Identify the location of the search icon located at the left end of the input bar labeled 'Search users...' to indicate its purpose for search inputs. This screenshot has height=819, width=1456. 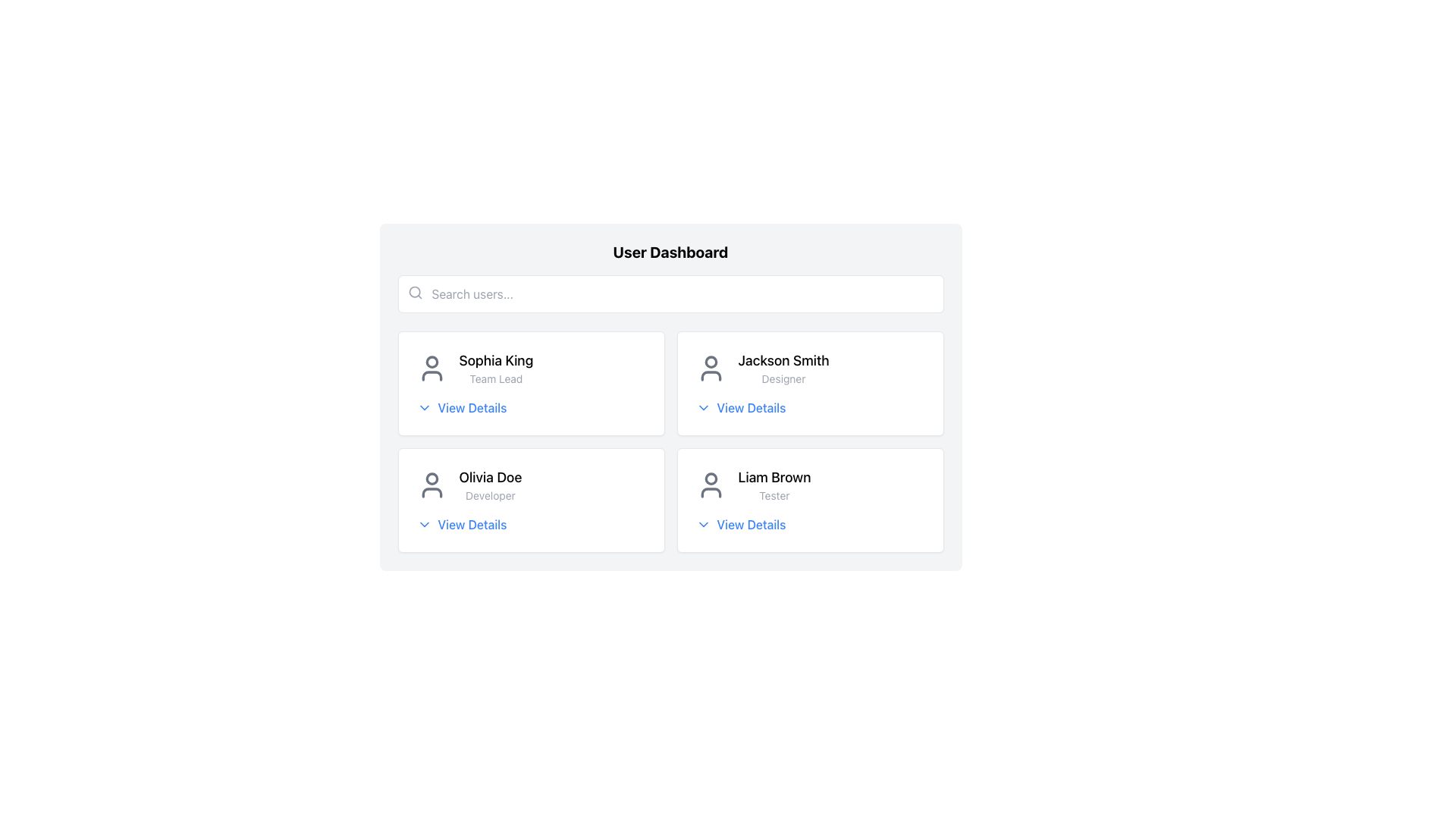
(415, 292).